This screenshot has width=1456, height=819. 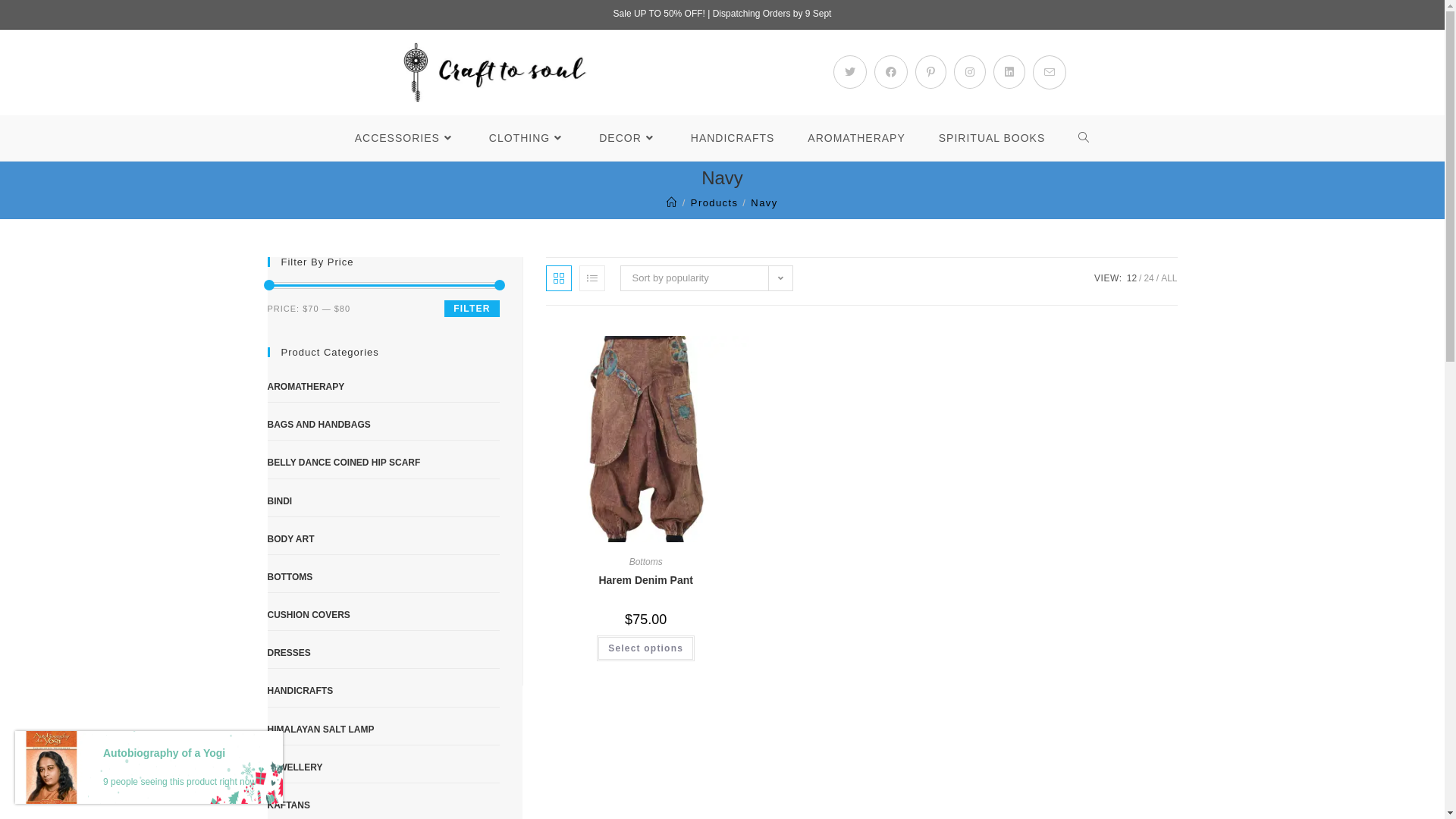 What do you see at coordinates (382, 616) in the screenshot?
I see `'CUSHION COVERS'` at bounding box center [382, 616].